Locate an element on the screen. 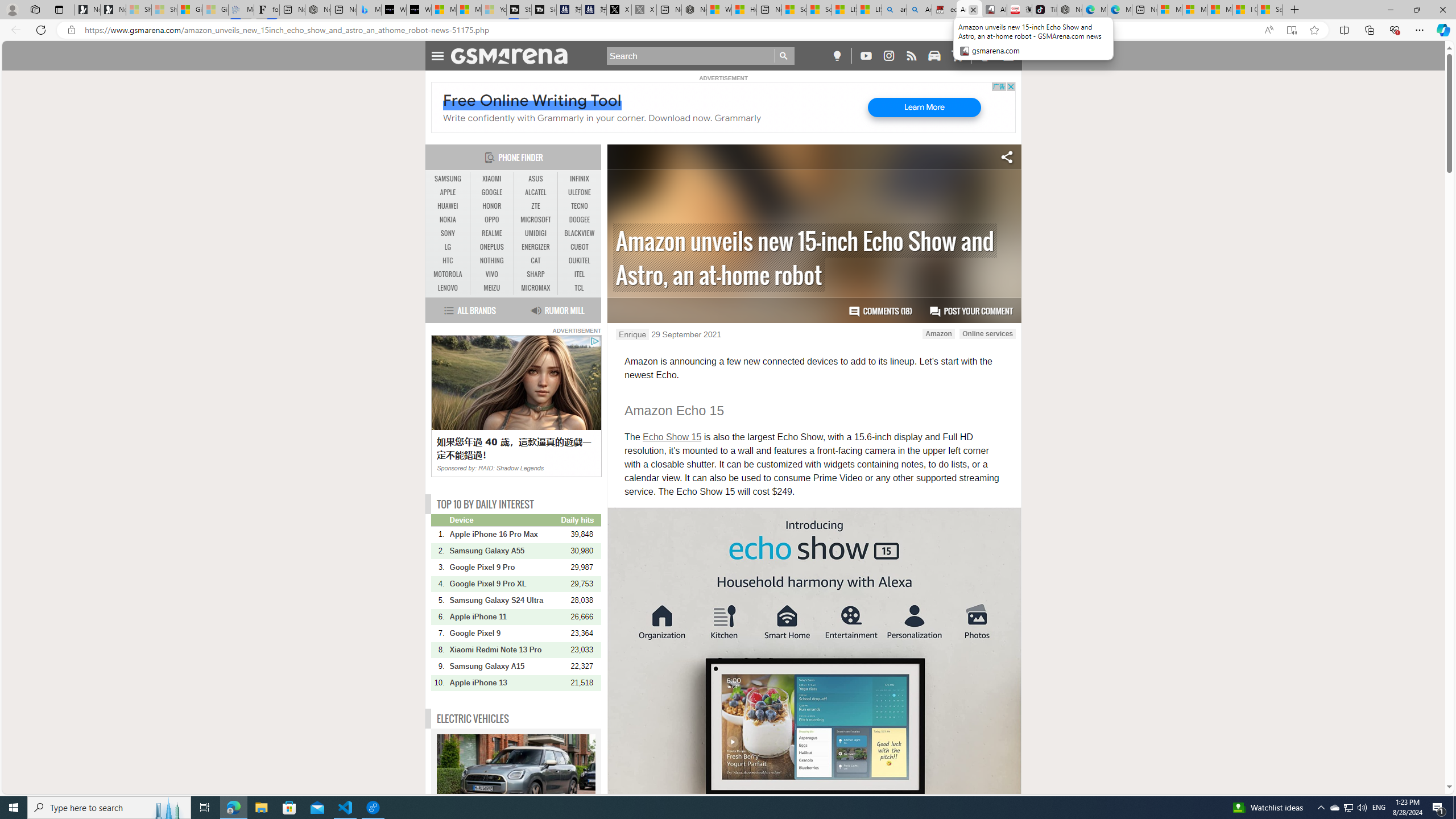 This screenshot has width=1456, height=819. 'ONEPLUS' is located at coordinates (491, 246).